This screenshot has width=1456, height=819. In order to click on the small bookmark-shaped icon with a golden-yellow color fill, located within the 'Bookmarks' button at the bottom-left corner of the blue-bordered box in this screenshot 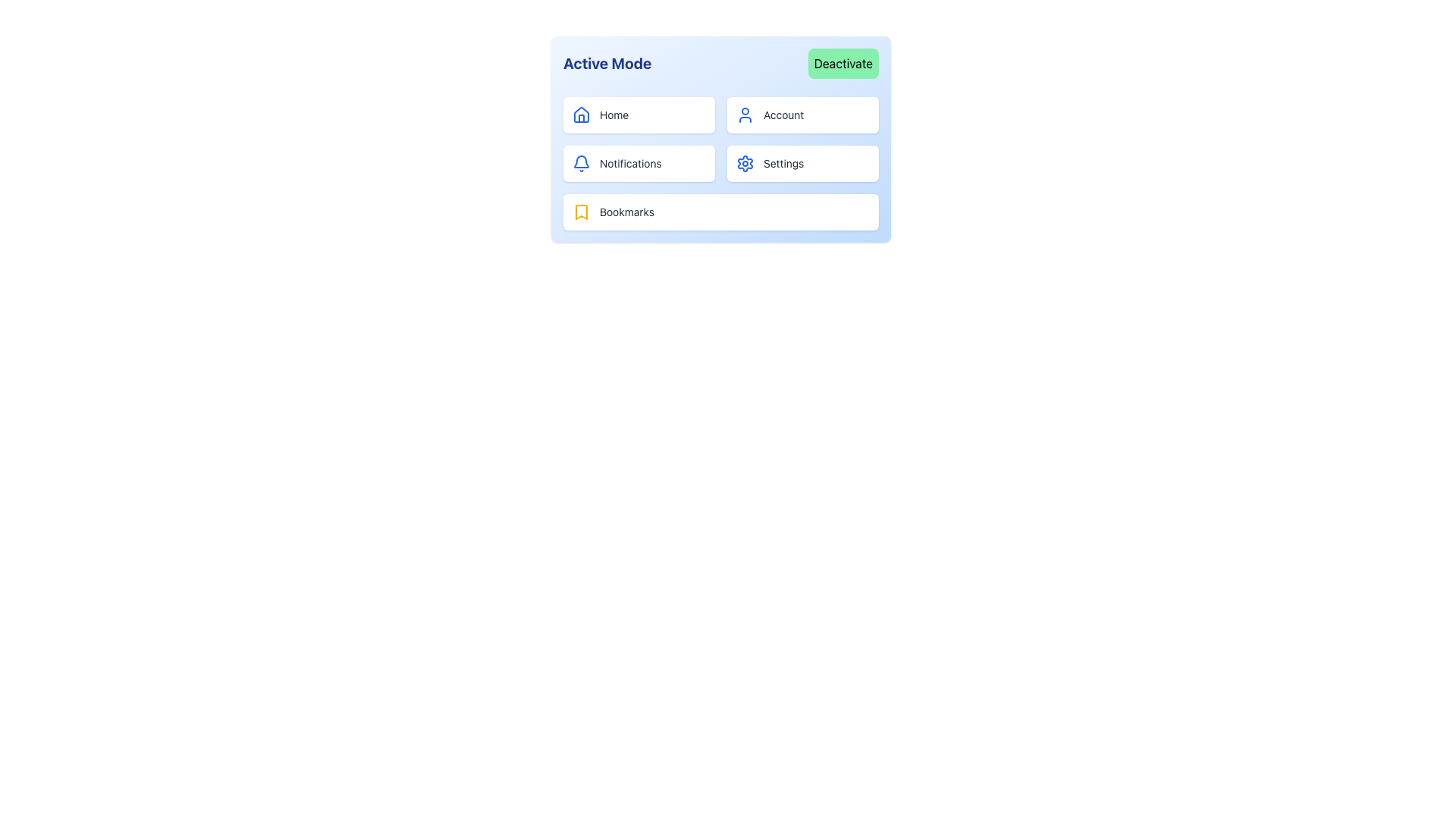, I will do `click(581, 212)`.